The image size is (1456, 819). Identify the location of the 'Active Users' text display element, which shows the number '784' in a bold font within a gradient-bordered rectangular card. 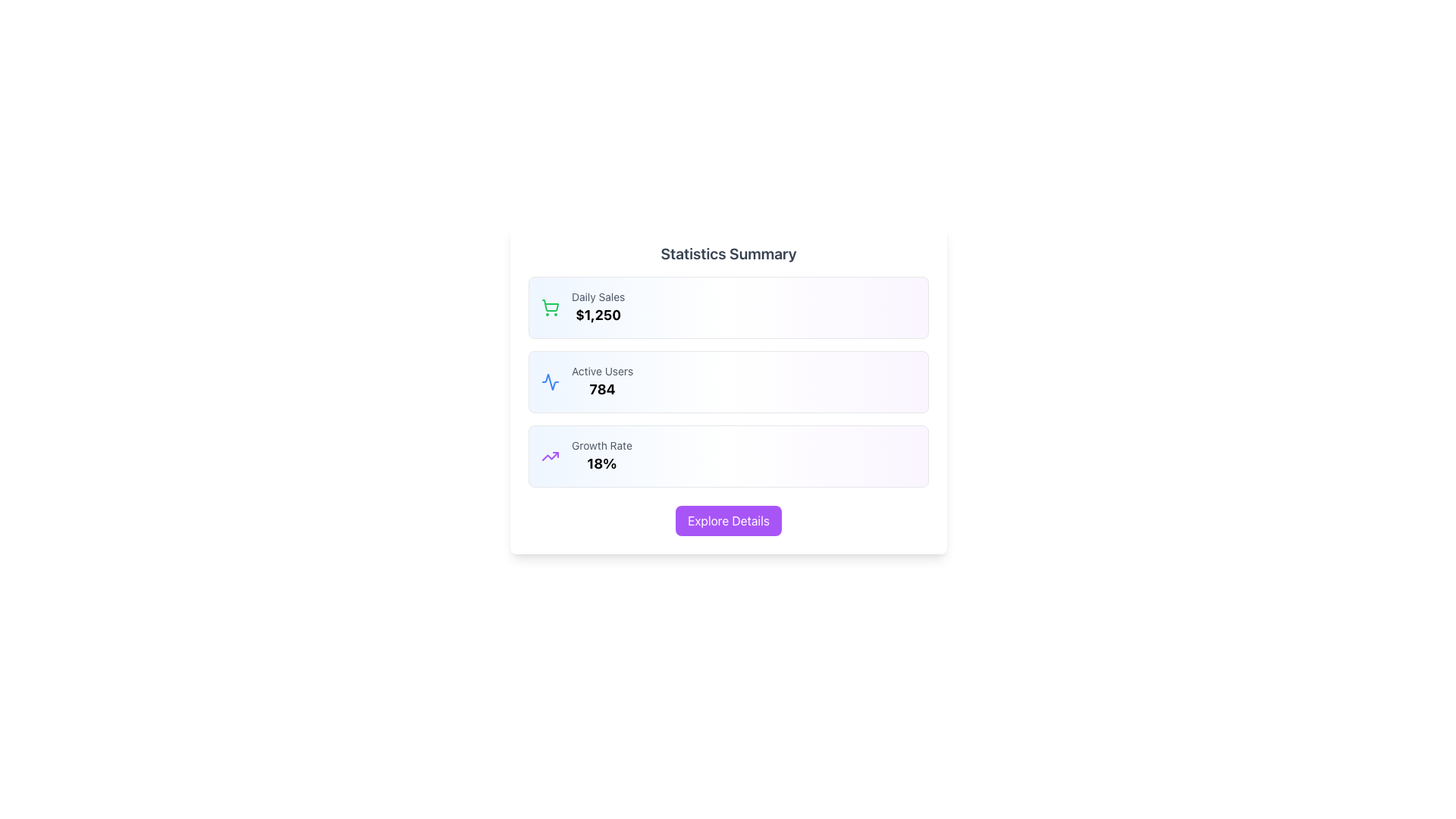
(601, 381).